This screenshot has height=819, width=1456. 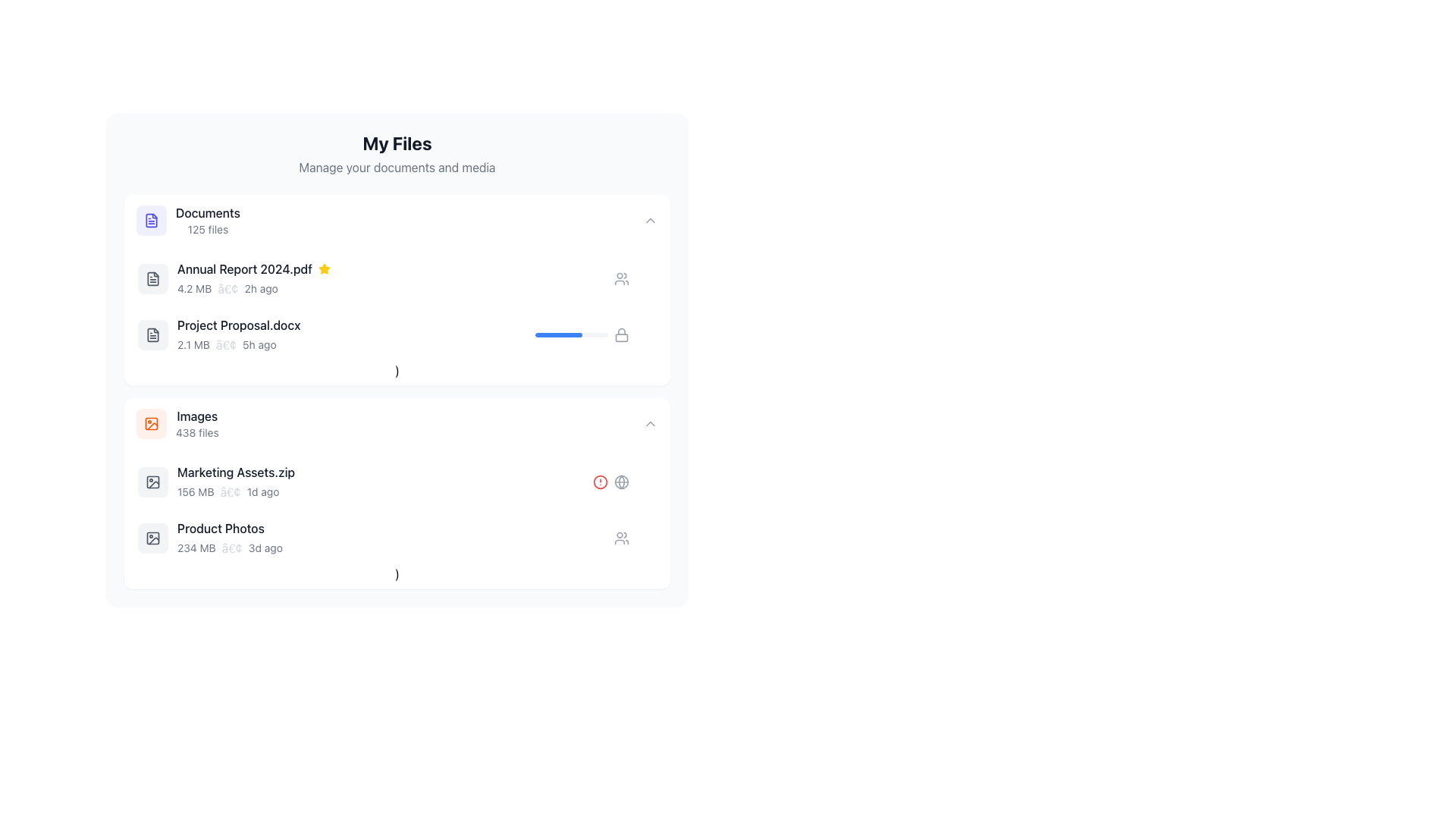 I want to click on the bright yellow star-shaped icon, so click(x=323, y=268).